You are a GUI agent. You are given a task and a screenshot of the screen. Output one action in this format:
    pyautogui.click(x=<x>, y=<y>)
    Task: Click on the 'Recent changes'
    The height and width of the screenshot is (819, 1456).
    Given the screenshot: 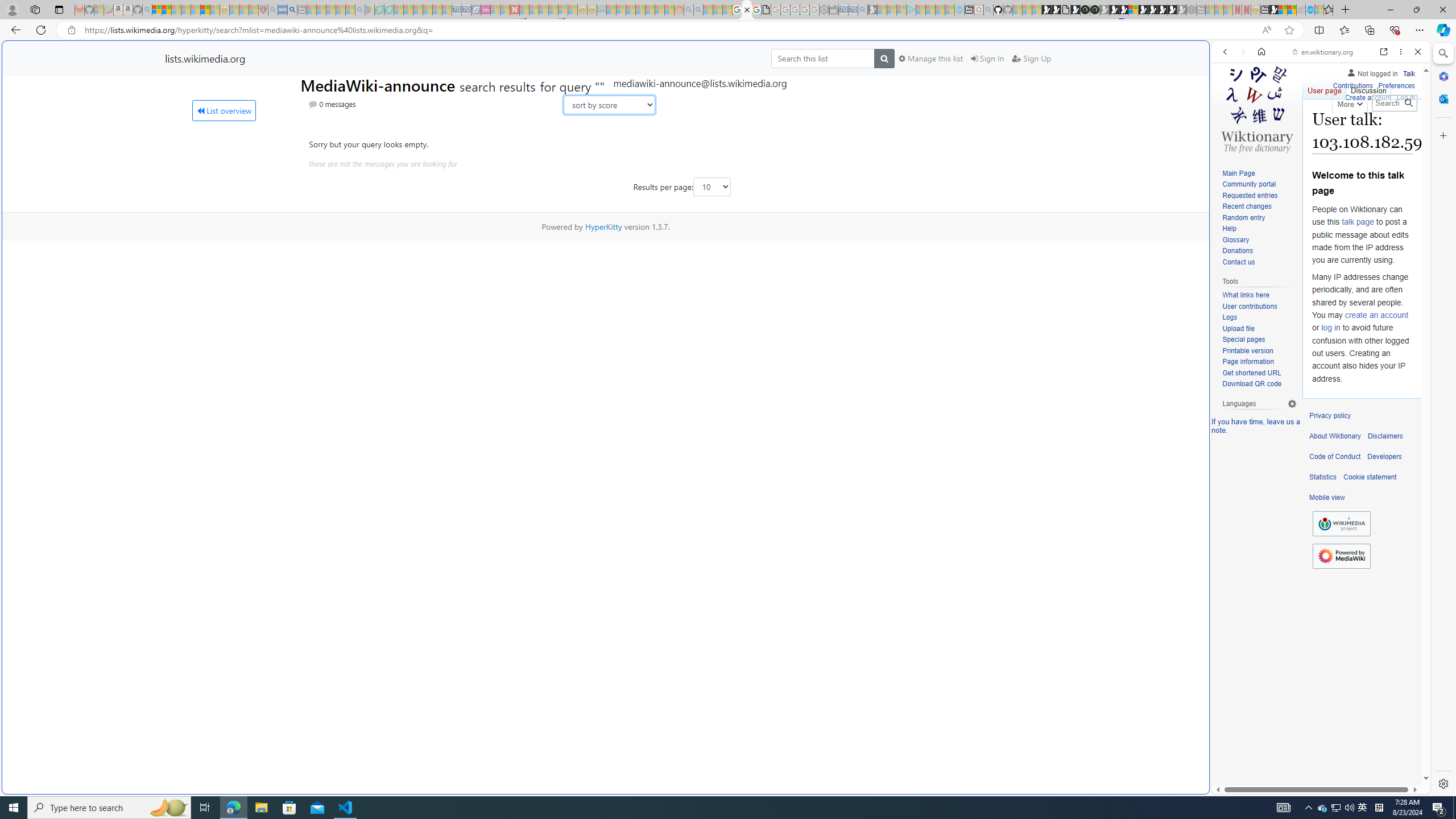 What is the action you would take?
    pyautogui.click(x=1246, y=206)
    